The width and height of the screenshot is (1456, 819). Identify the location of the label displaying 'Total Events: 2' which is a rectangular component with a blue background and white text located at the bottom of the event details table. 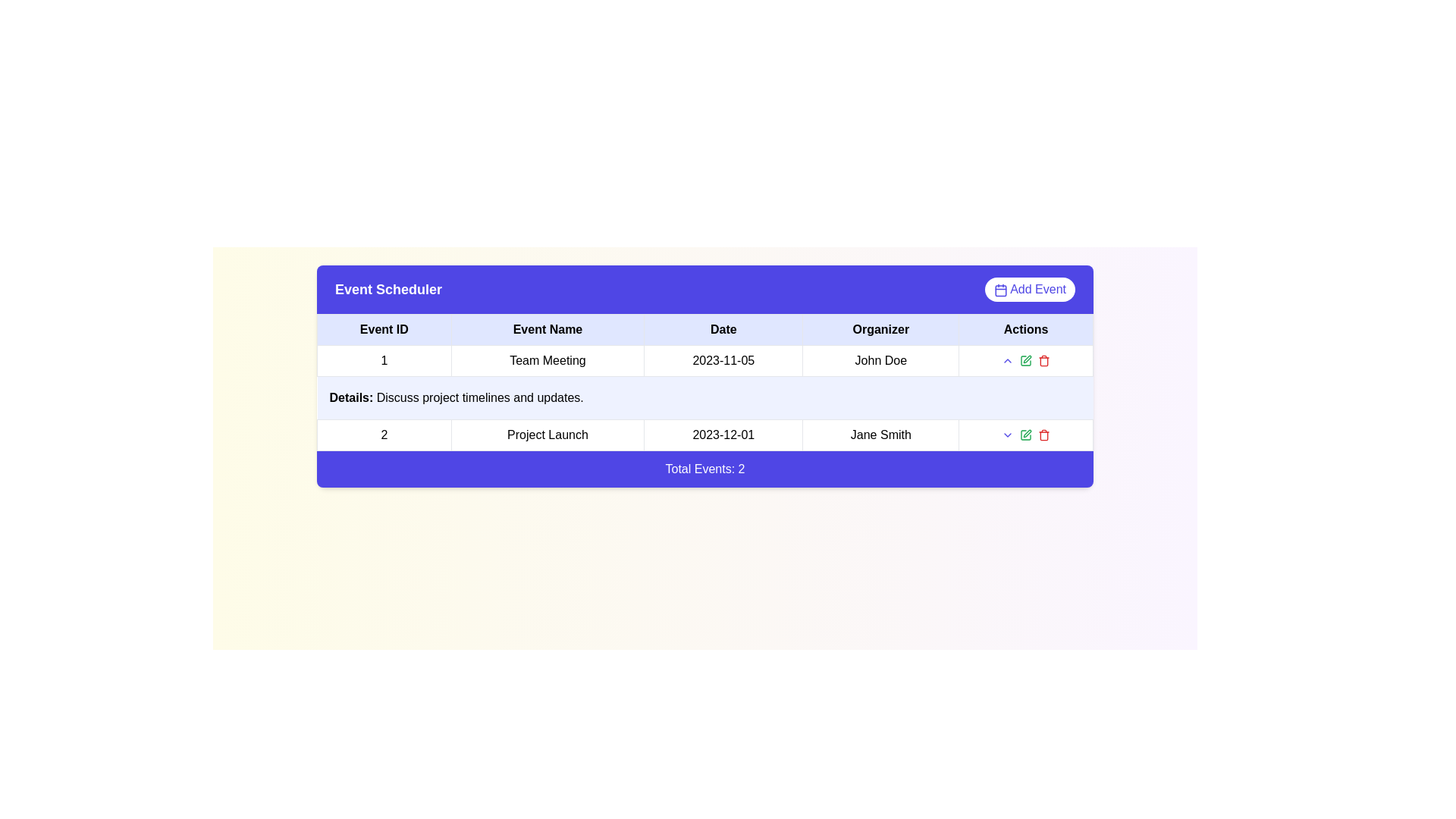
(704, 468).